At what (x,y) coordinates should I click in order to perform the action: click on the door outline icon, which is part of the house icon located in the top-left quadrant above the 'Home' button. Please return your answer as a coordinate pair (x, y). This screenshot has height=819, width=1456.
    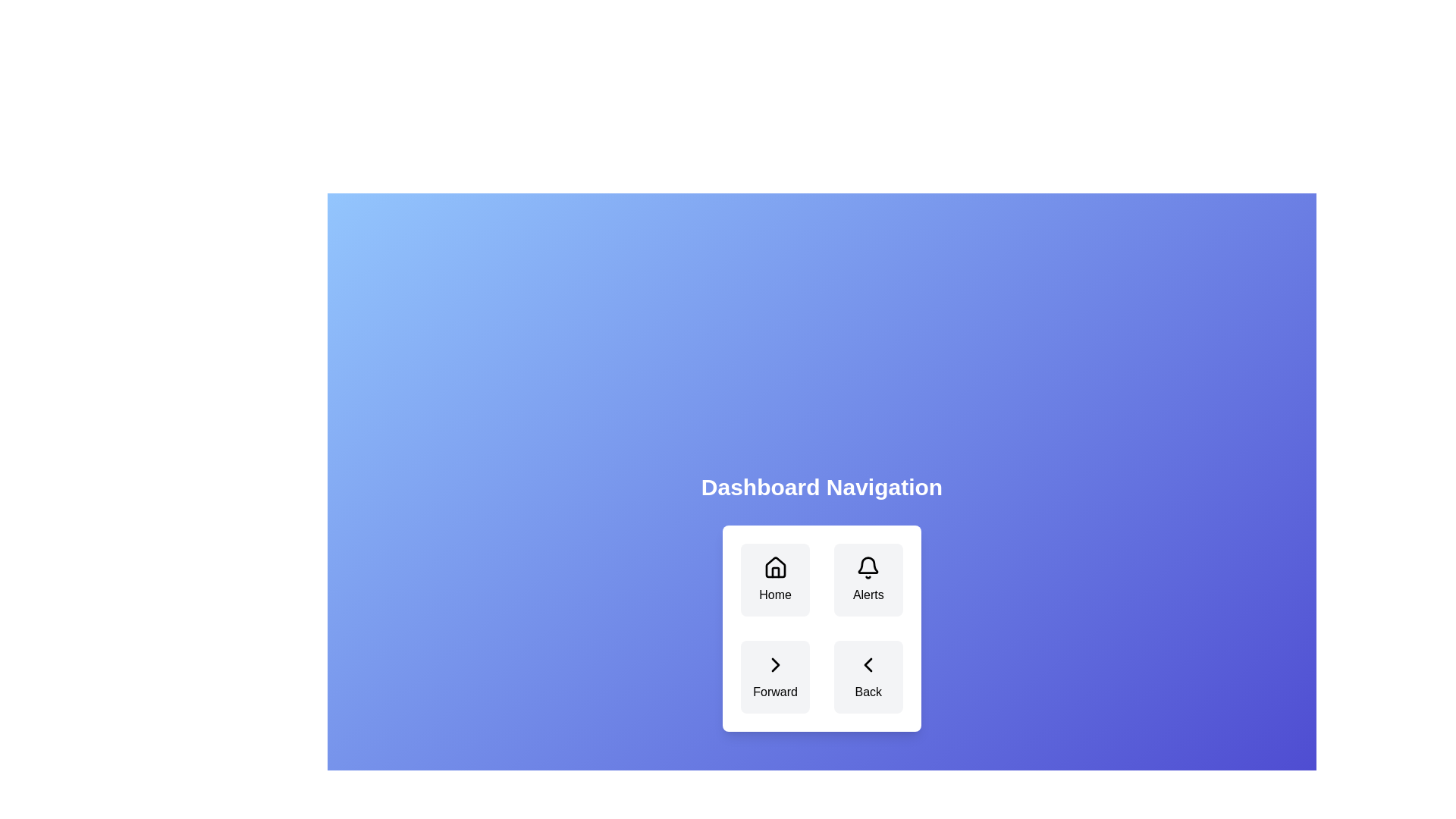
    Looking at the image, I should click on (775, 573).